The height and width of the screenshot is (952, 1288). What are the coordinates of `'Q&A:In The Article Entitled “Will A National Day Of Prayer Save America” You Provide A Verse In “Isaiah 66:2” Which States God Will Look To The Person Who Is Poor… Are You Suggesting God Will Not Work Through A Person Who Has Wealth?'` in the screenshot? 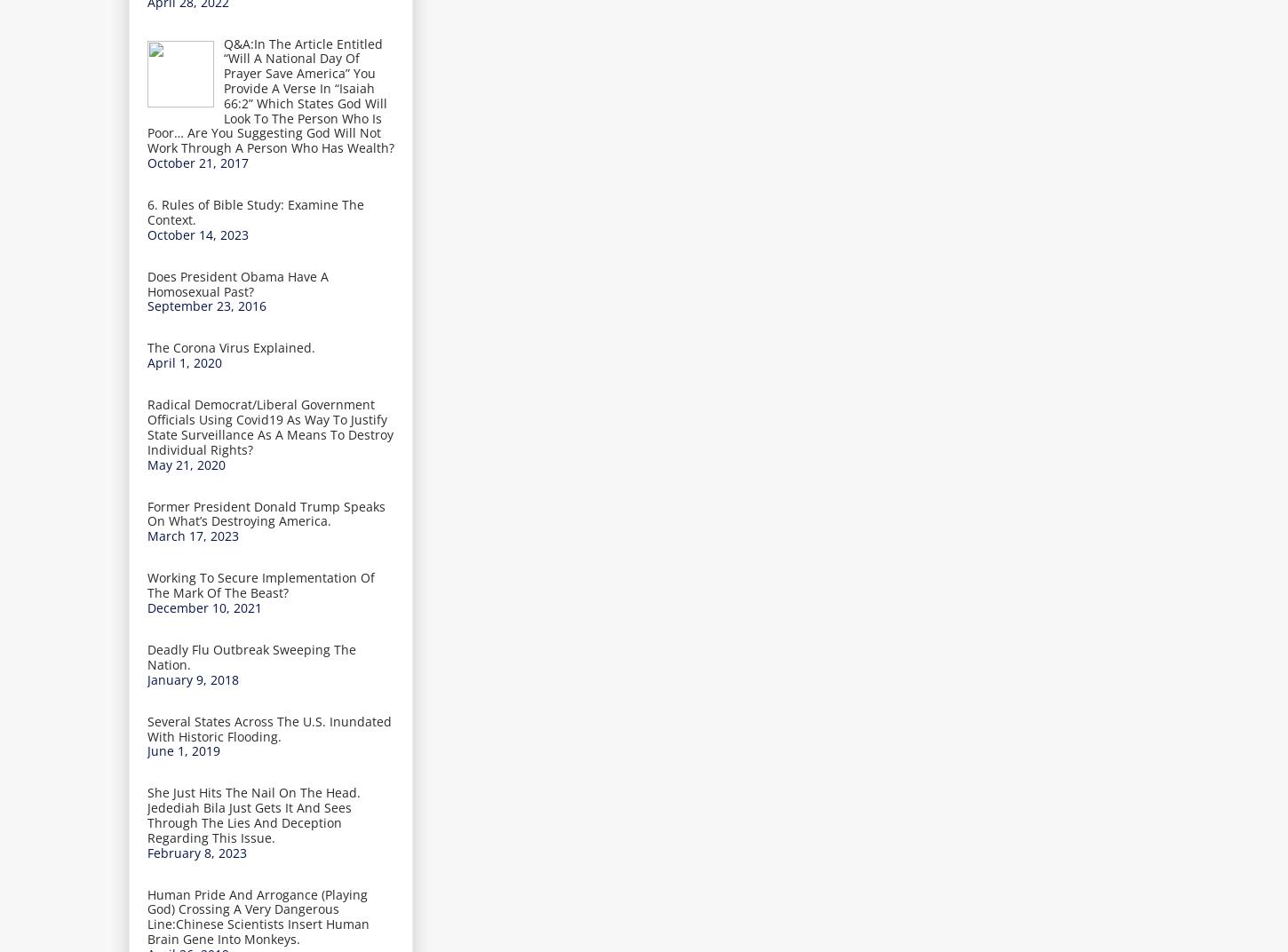 It's located at (270, 95).